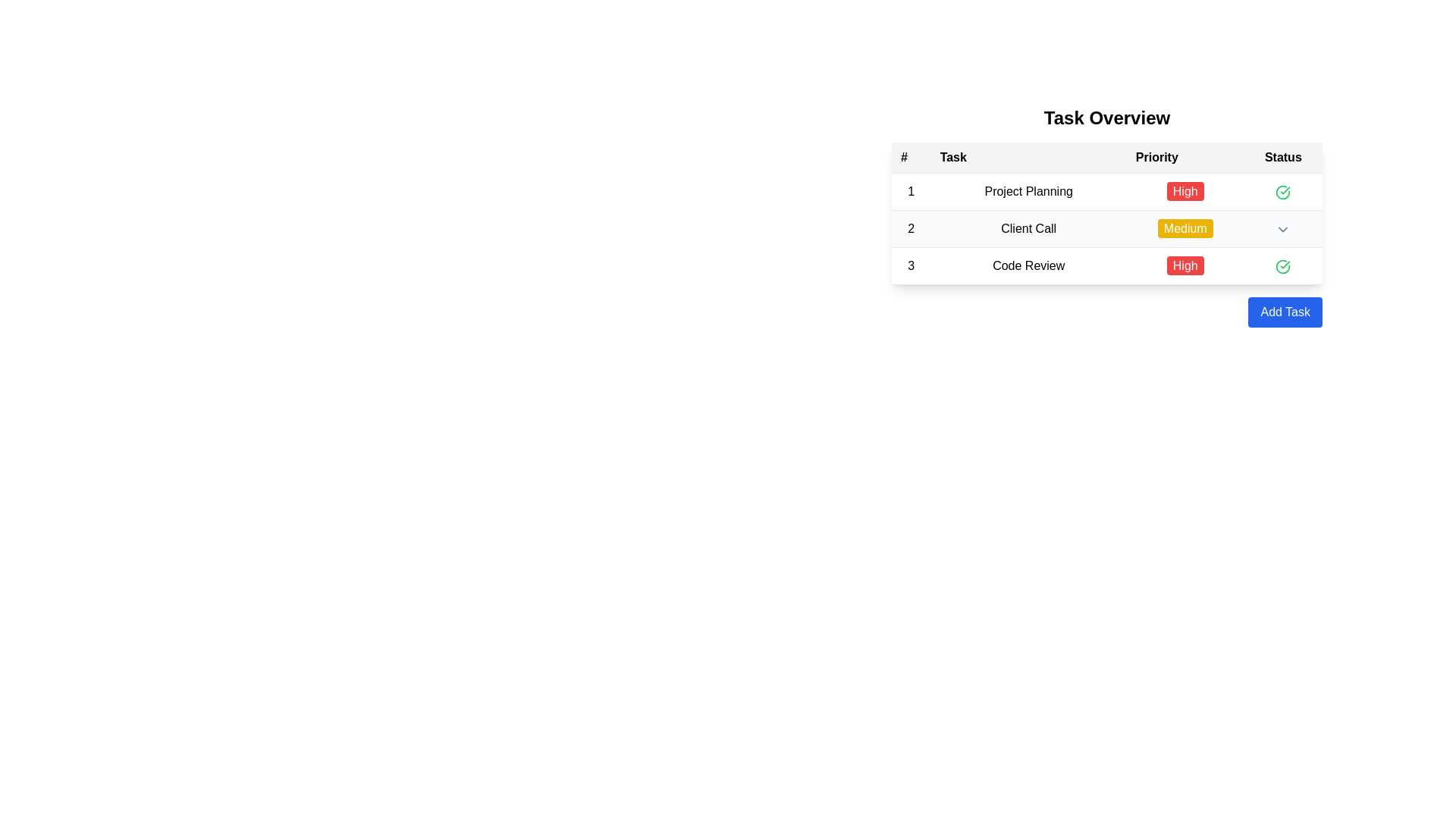  Describe the element at coordinates (1028, 265) in the screenshot. I see `the 'Code Review' text label located in the 'Task Overview' table, specifically in the third row under the 'Task' column, between the elements displaying '3' and 'High'` at that location.